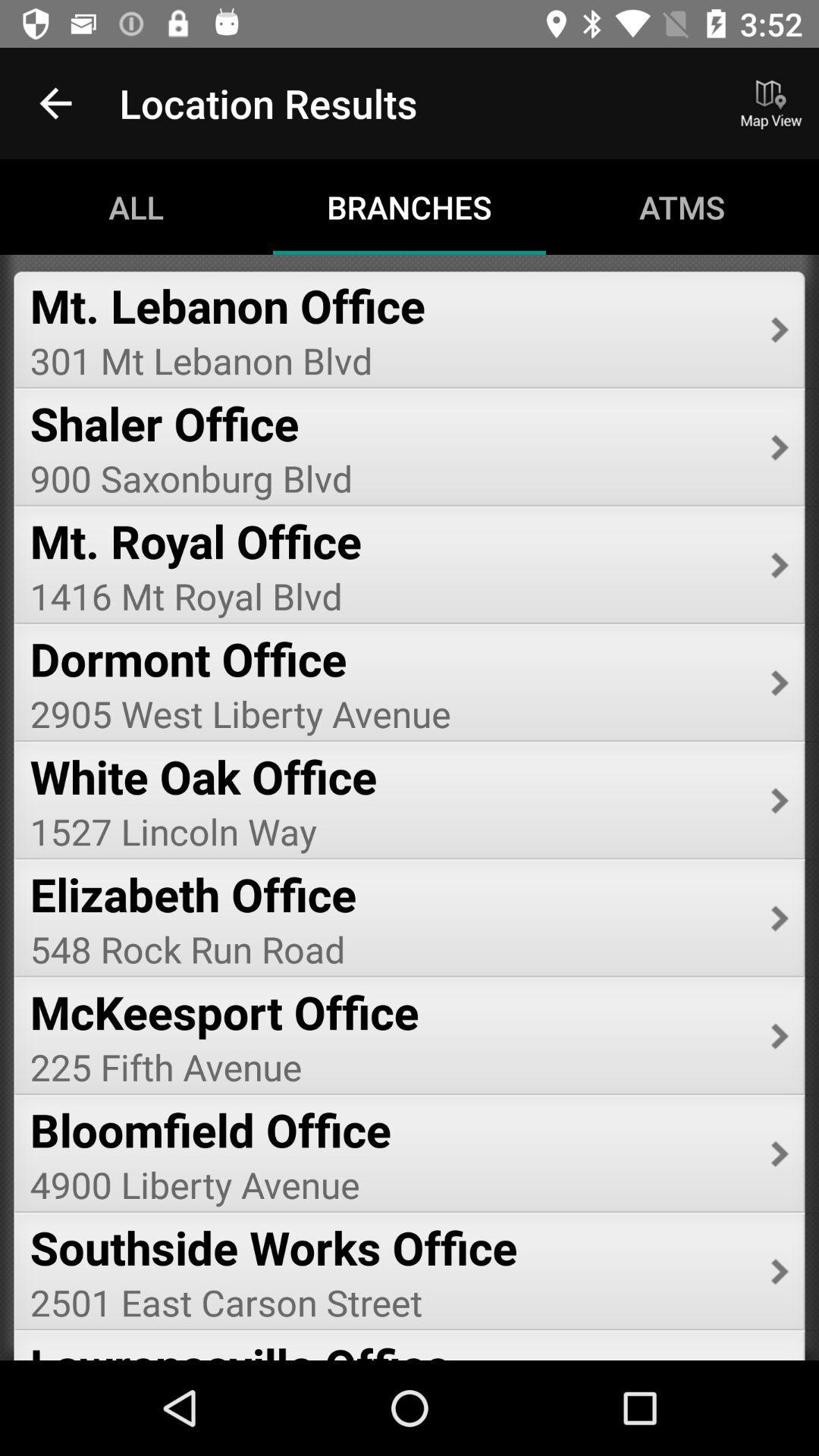 Image resolution: width=819 pixels, height=1456 pixels. Describe the element at coordinates (389, 776) in the screenshot. I see `the icon below 2905 west liberty icon` at that location.